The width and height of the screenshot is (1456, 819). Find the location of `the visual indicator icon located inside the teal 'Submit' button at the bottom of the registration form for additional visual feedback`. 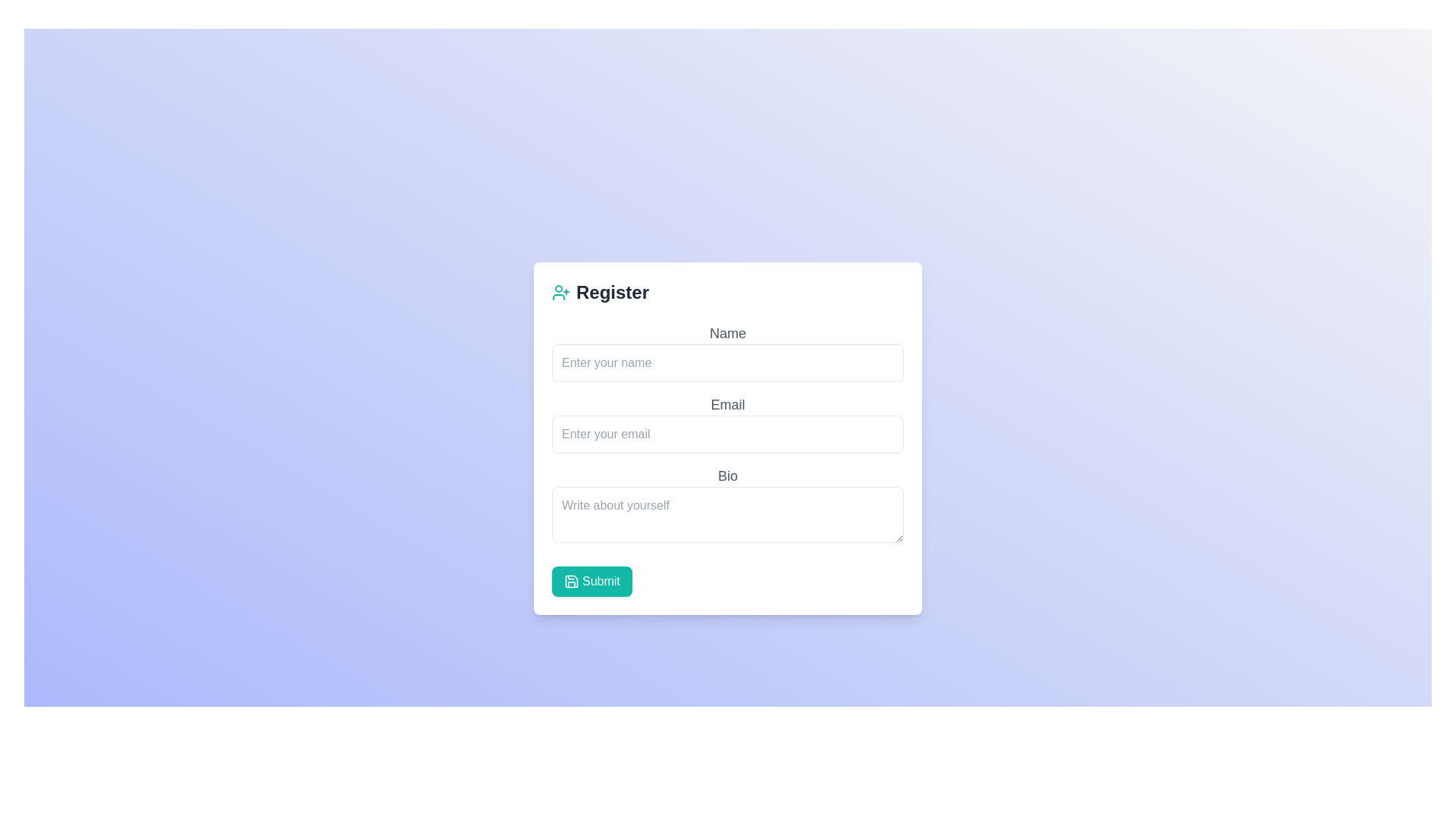

the visual indicator icon located inside the teal 'Submit' button at the bottom of the registration form for additional visual feedback is located at coordinates (570, 580).